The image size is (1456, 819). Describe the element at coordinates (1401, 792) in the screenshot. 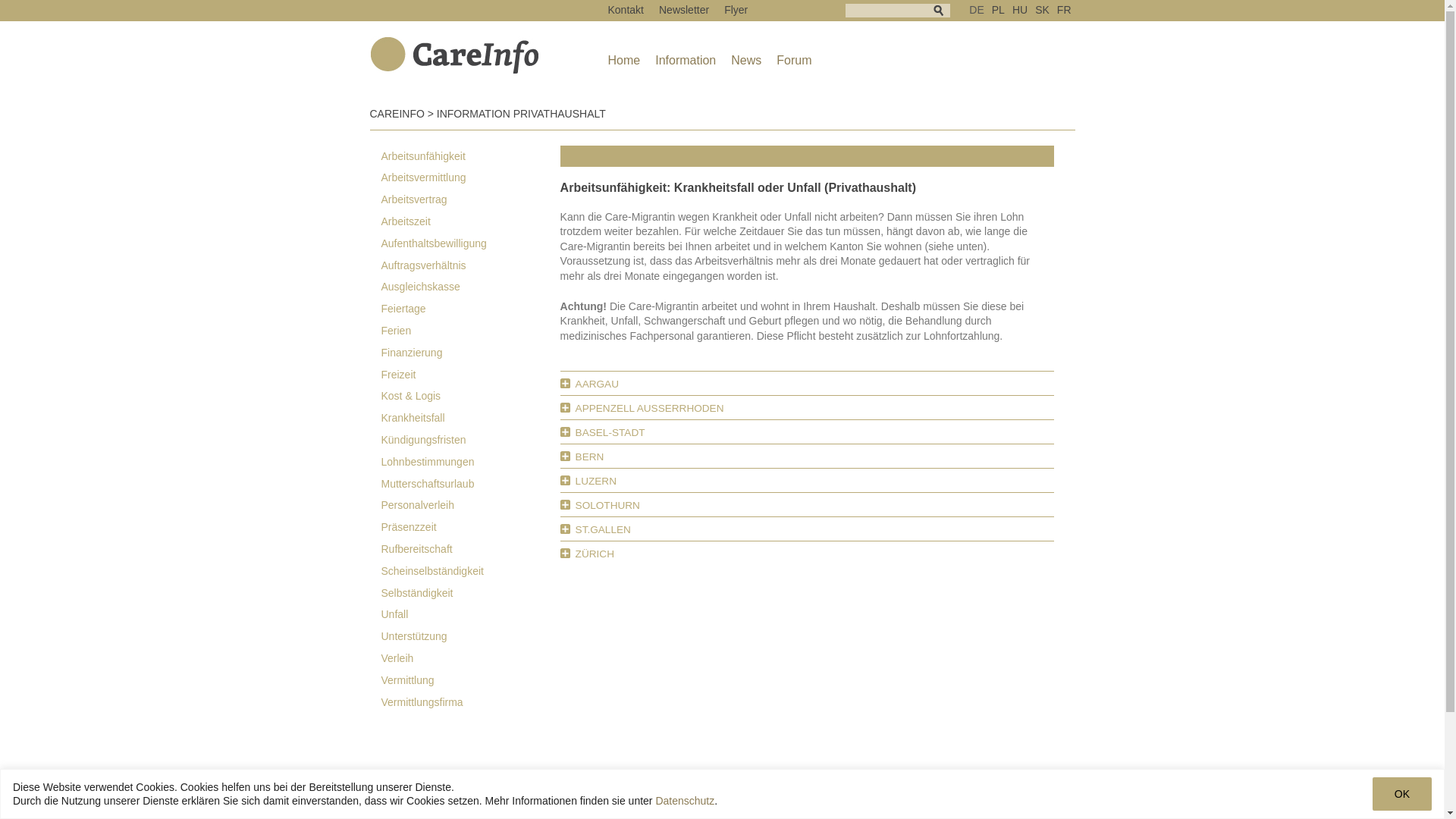

I see `'OK'` at that location.